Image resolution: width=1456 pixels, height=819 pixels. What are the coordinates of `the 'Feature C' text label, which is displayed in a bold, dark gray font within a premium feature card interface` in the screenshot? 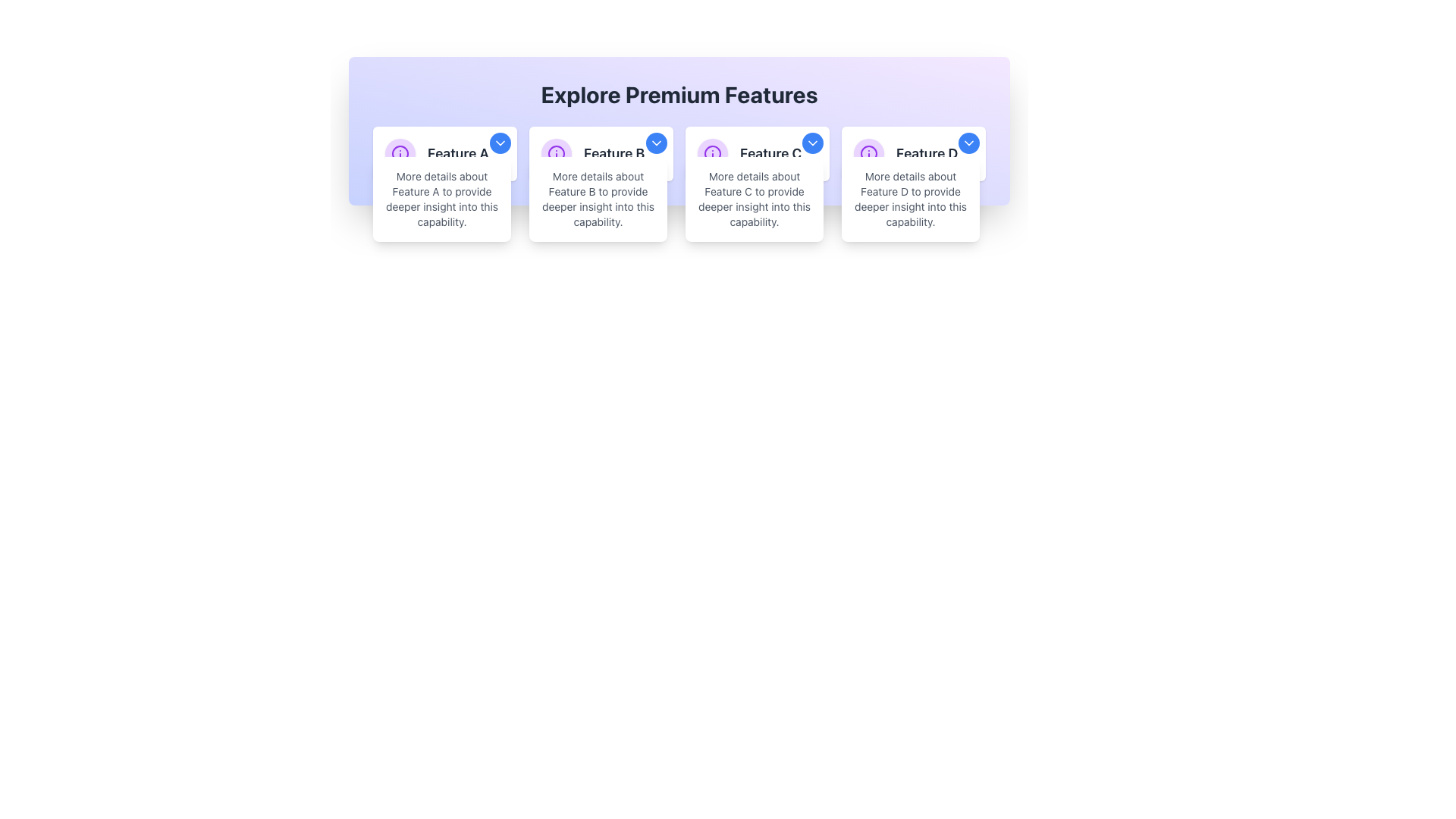 It's located at (770, 154).